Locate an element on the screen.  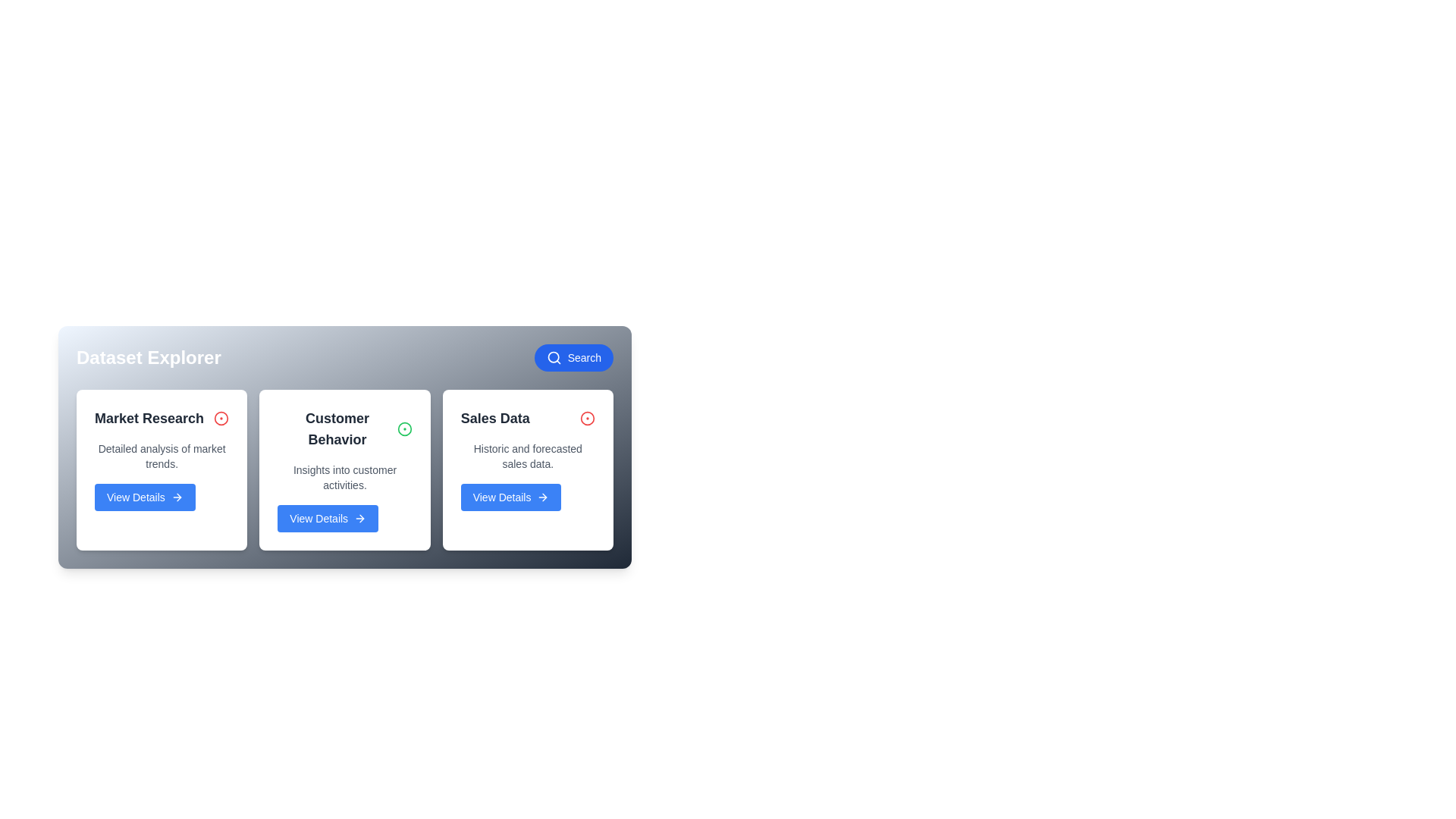
the 'View Details' button for the dataset named Sales Data is located at coordinates (511, 497).